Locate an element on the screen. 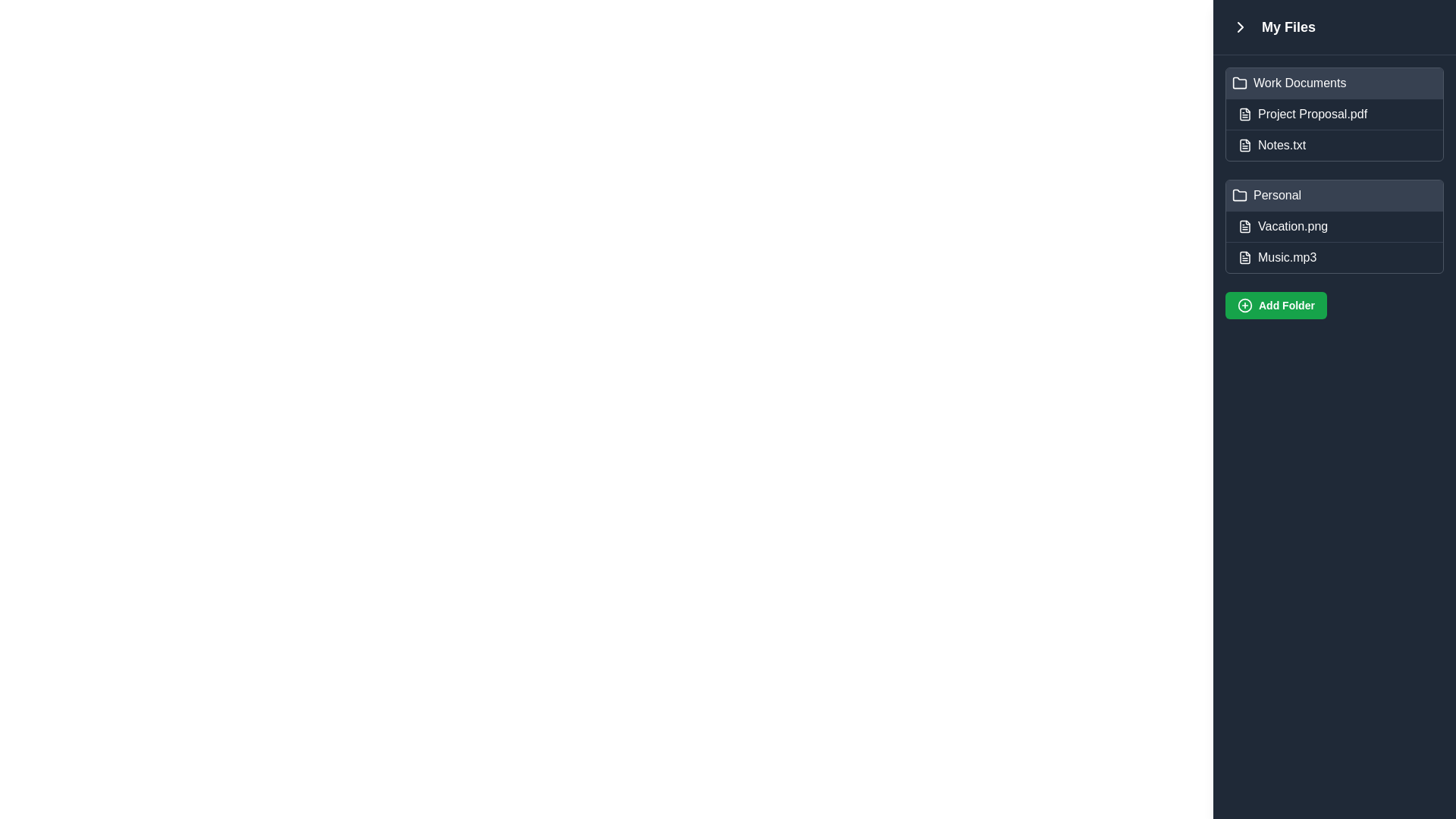  the rectangular outline icon representing the file 'Vacation.png' in the 'Personal' section of the file browser is located at coordinates (1244, 227).